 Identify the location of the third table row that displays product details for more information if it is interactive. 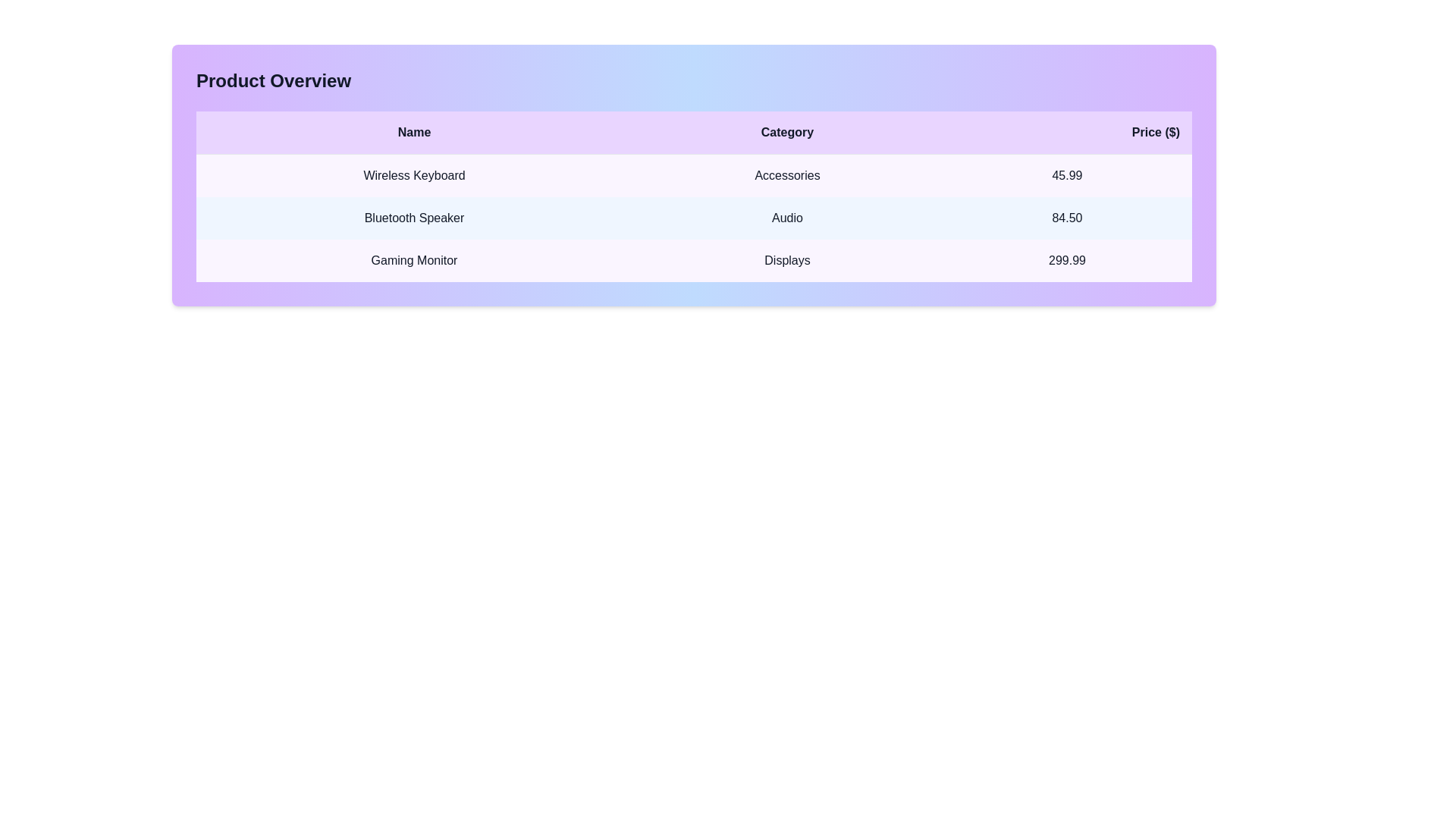
(693, 259).